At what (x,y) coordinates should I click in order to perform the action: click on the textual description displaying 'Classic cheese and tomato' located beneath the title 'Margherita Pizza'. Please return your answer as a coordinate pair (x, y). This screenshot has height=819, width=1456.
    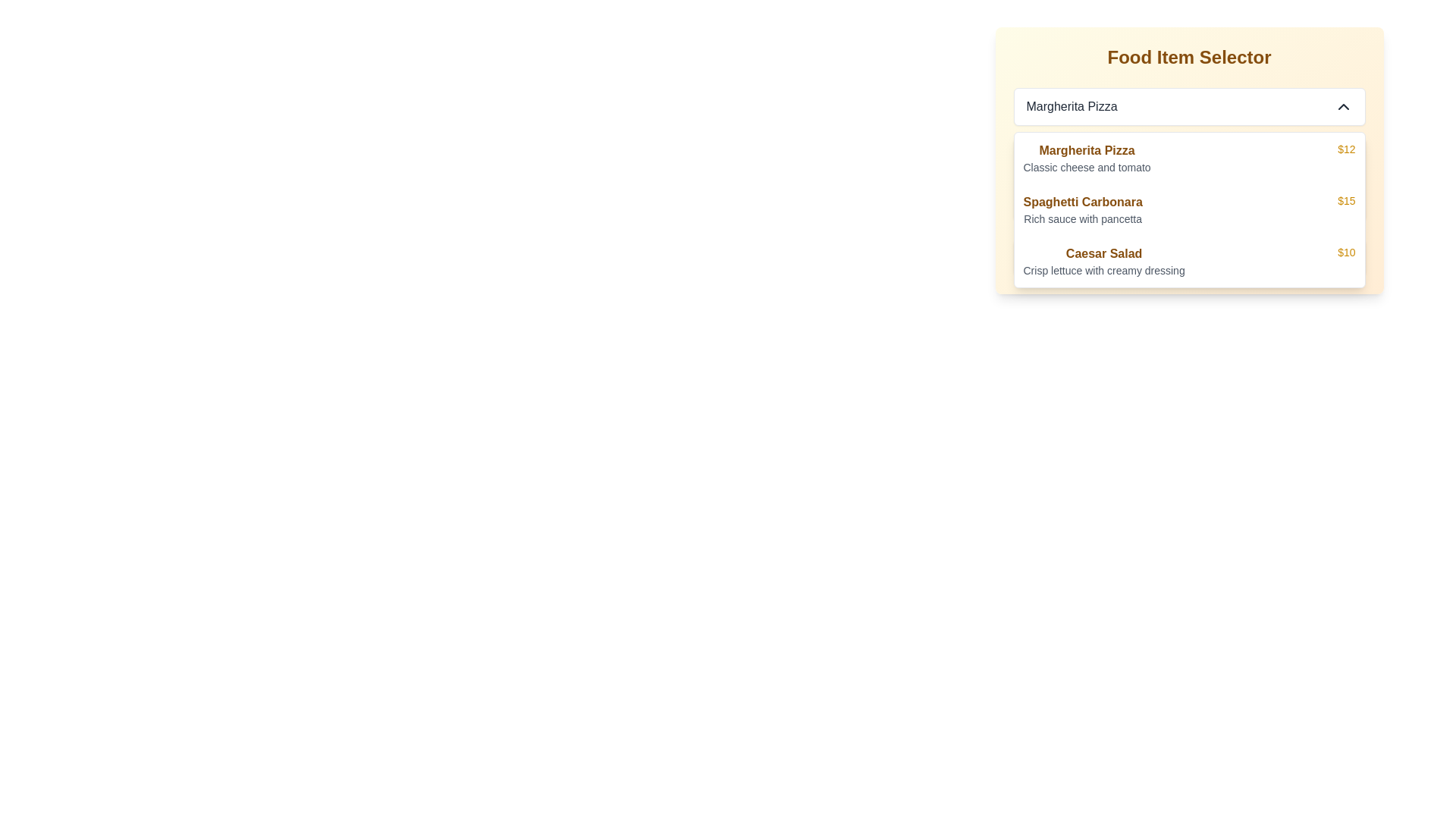
    Looking at the image, I should click on (1188, 180).